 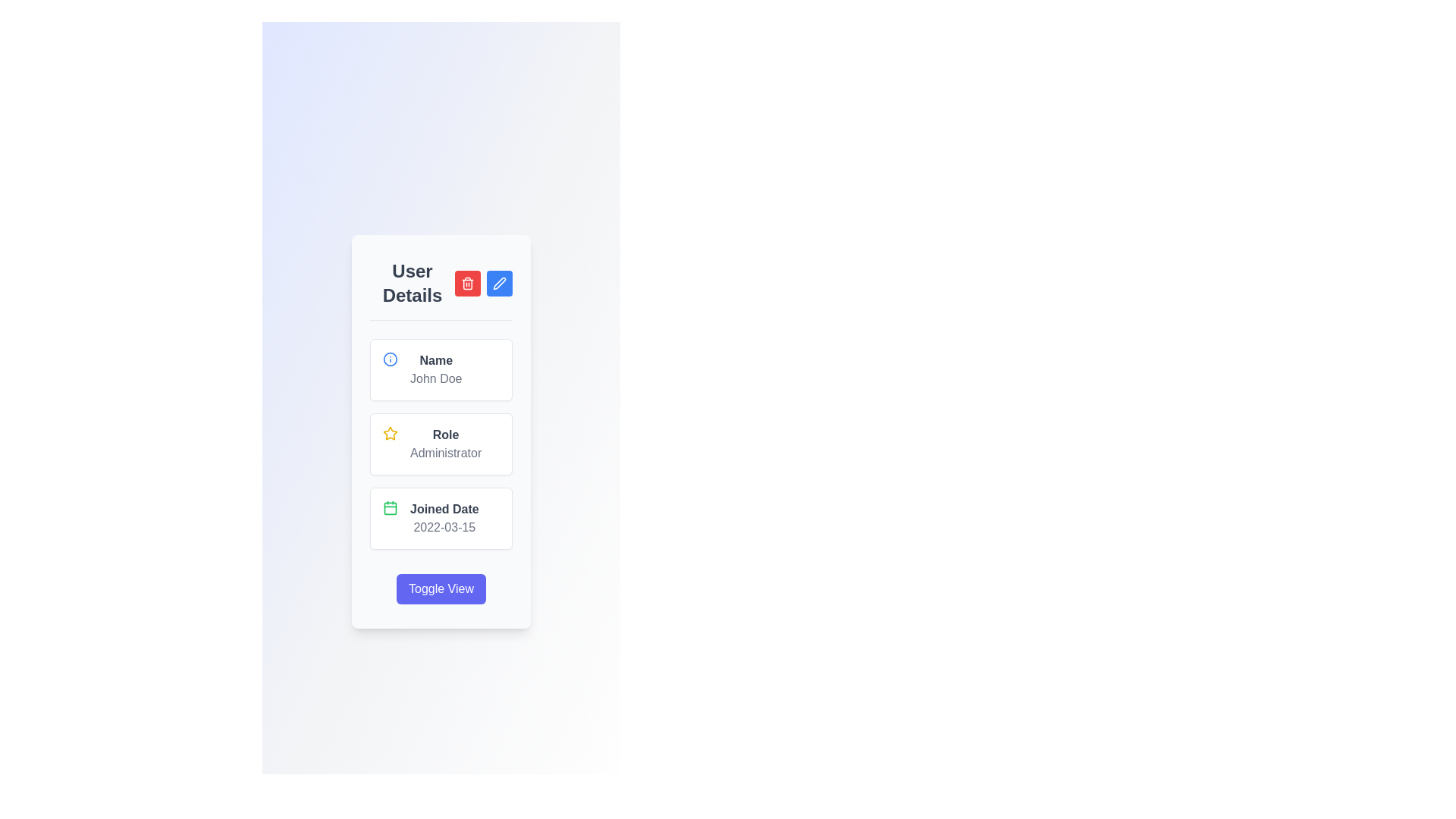 I want to click on the edit icon within the blue square button located in the top right corner of the card, so click(x=499, y=283).